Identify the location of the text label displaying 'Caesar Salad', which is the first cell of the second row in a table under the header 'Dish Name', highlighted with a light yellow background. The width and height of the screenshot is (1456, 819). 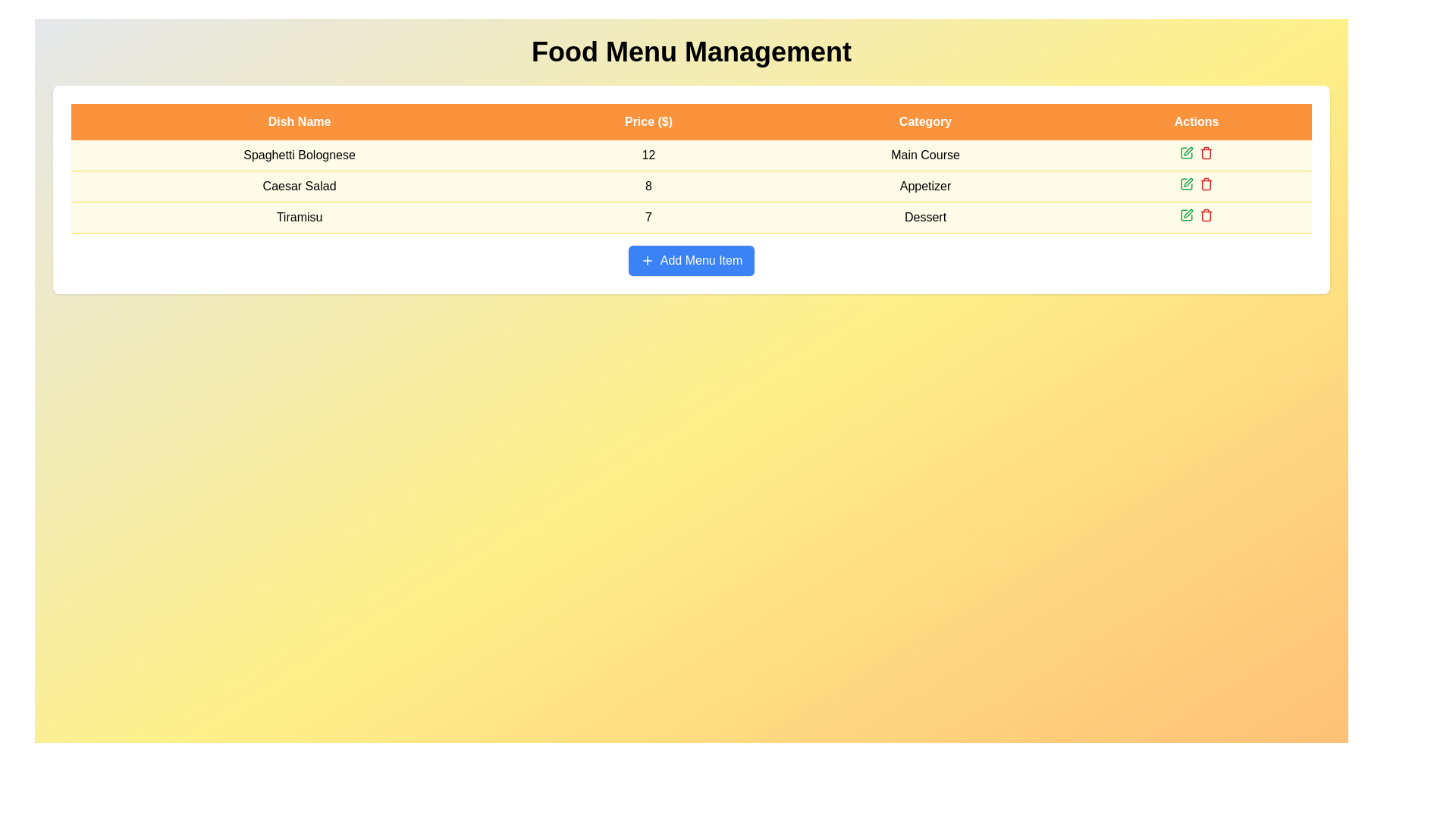
(300, 186).